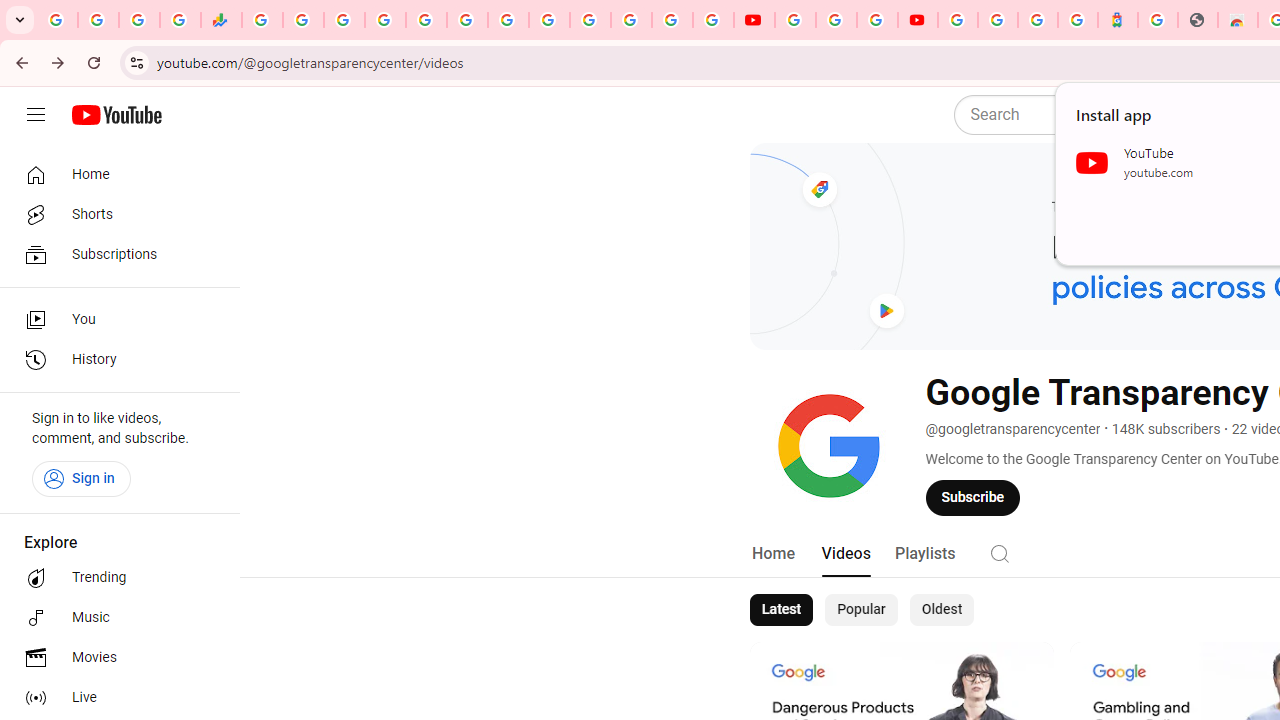 The height and width of the screenshot is (720, 1280). Describe the element at coordinates (772, 553) in the screenshot. I see `'Home'` at that location.